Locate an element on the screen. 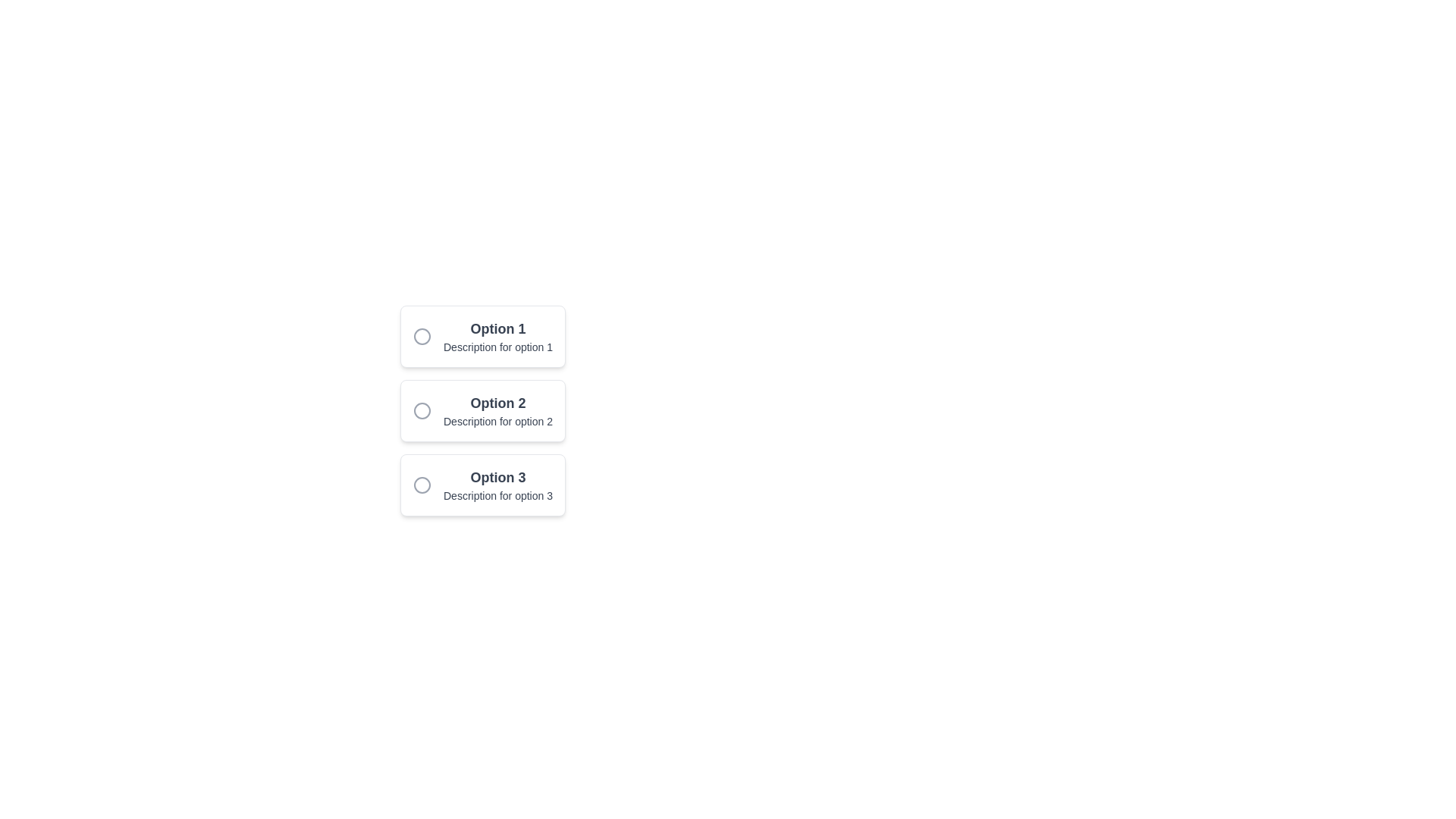 Image resolution: width=1456 pixels, height=819 pixels. the Text block that informs about 'Option 1' and its description is located at coordinates (498, 335).